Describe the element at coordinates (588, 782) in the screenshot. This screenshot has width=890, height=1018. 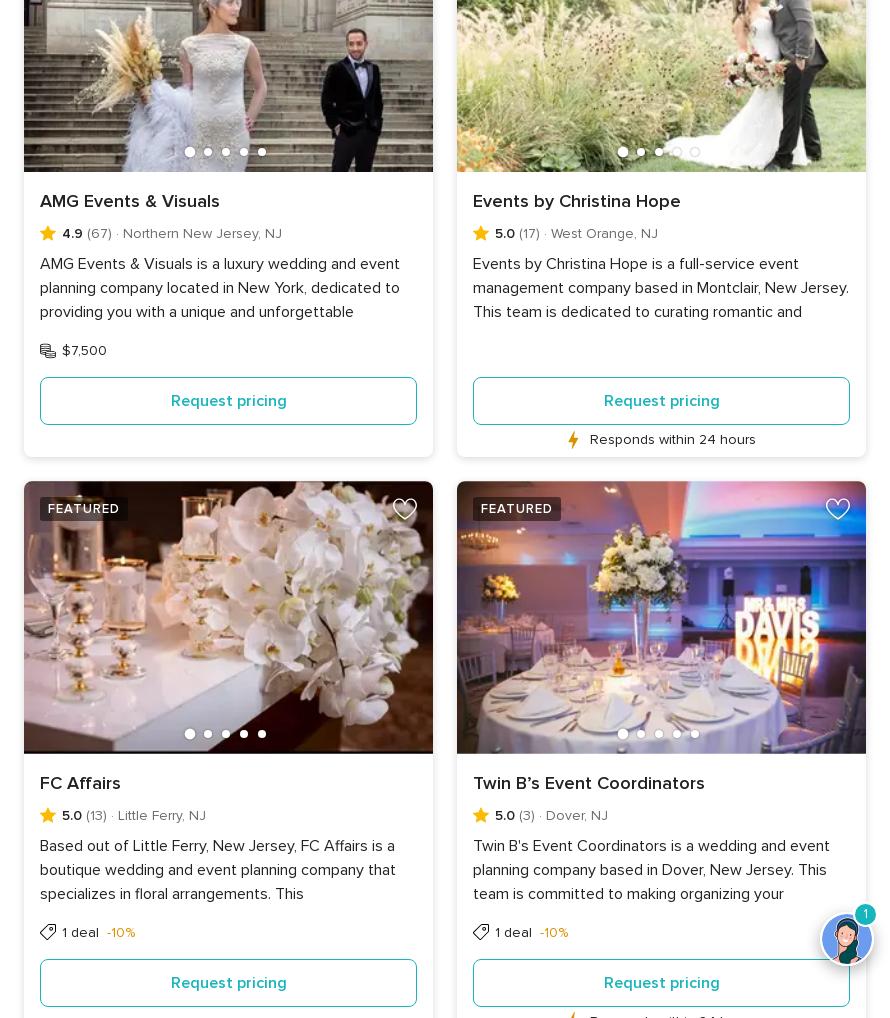
I see `'Twin B’s Event Coordinators'` at that location.